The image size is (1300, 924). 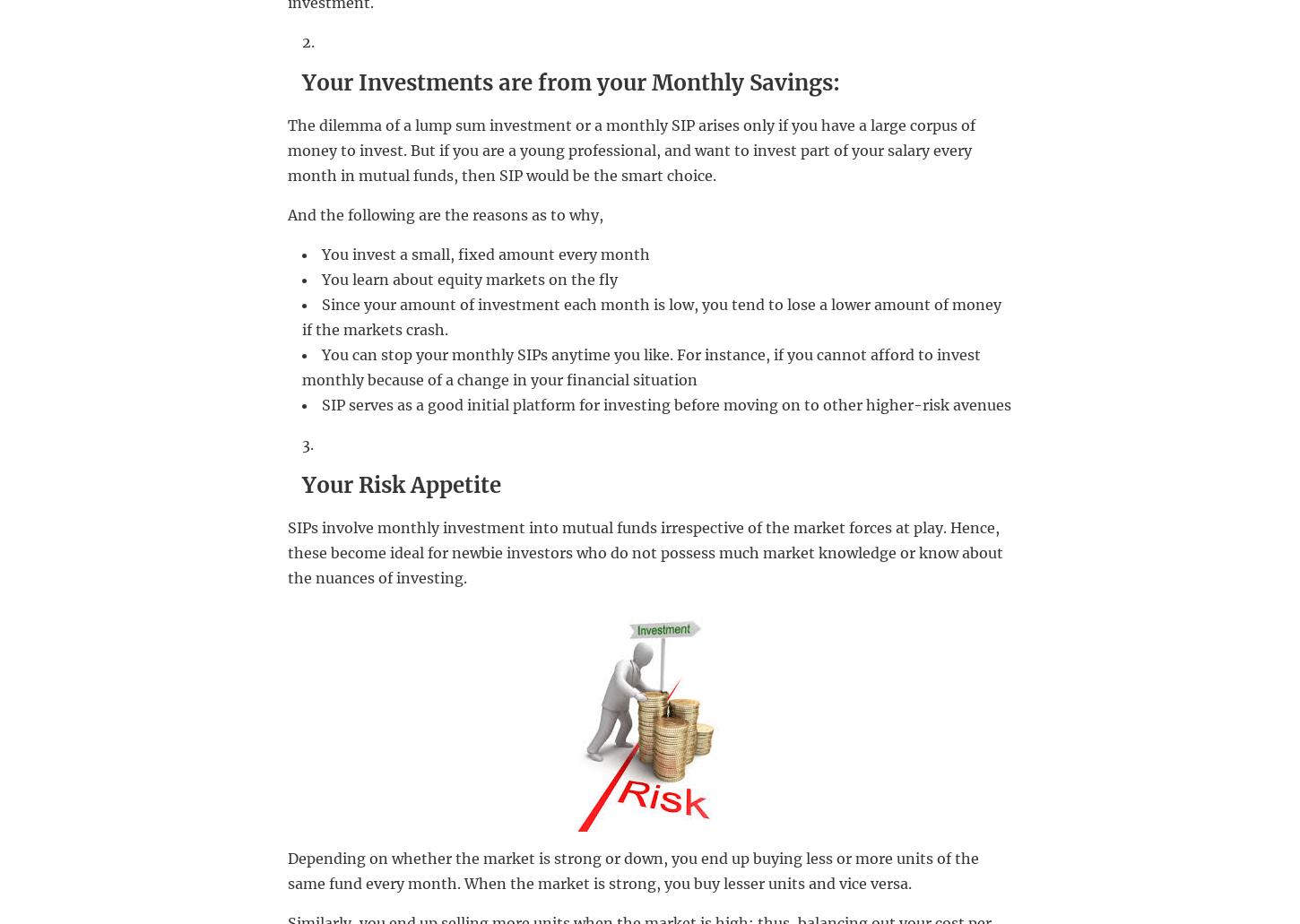 I want to click on 'Advices Academy', so click(x=362, y=850).